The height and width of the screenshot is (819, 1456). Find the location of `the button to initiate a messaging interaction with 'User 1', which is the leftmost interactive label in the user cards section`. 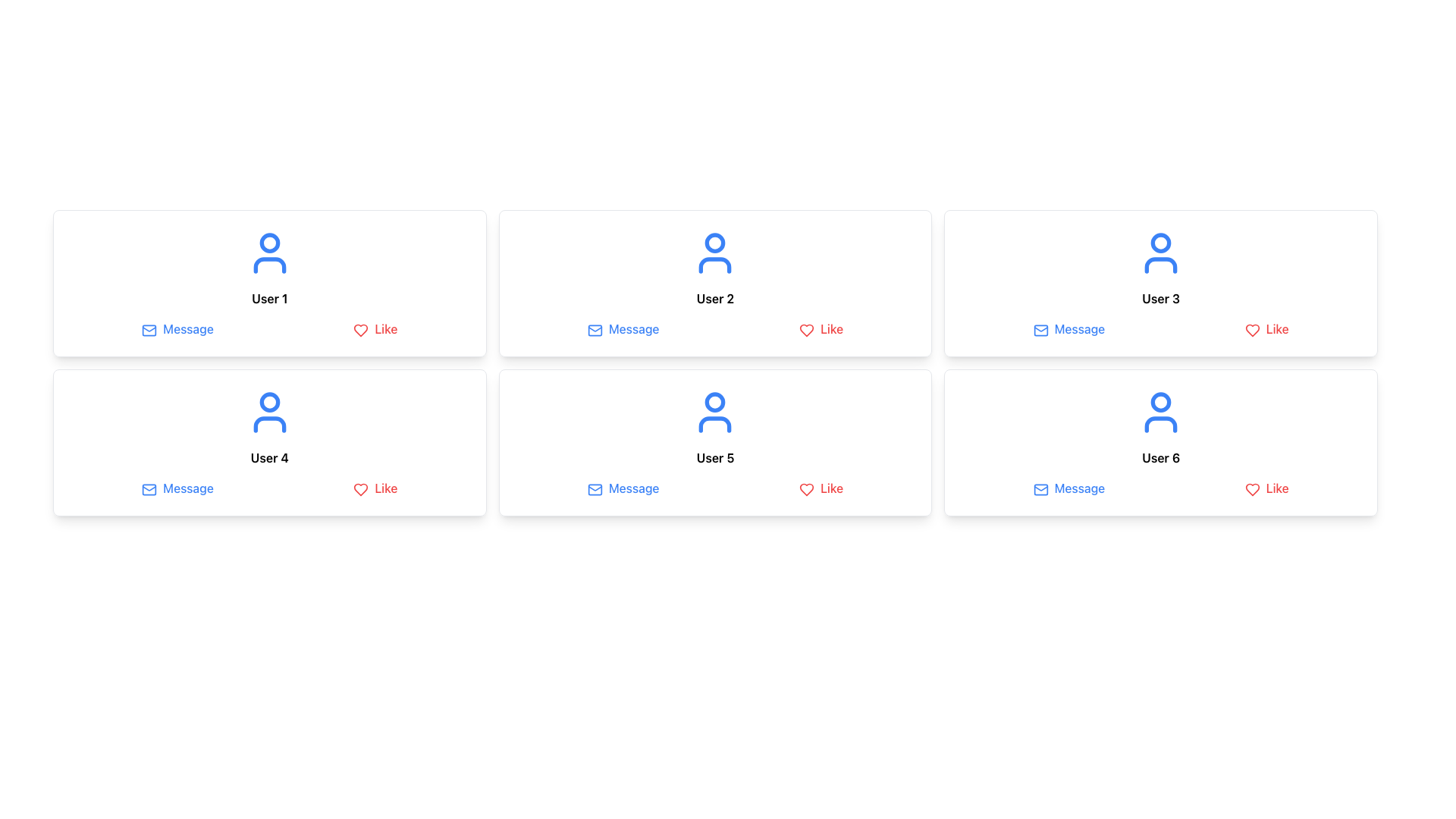

the button to initiate a messaging interaction with 'User 1', which is the leftmost interactive label in the user cards section is located at coordinates (177, 328).